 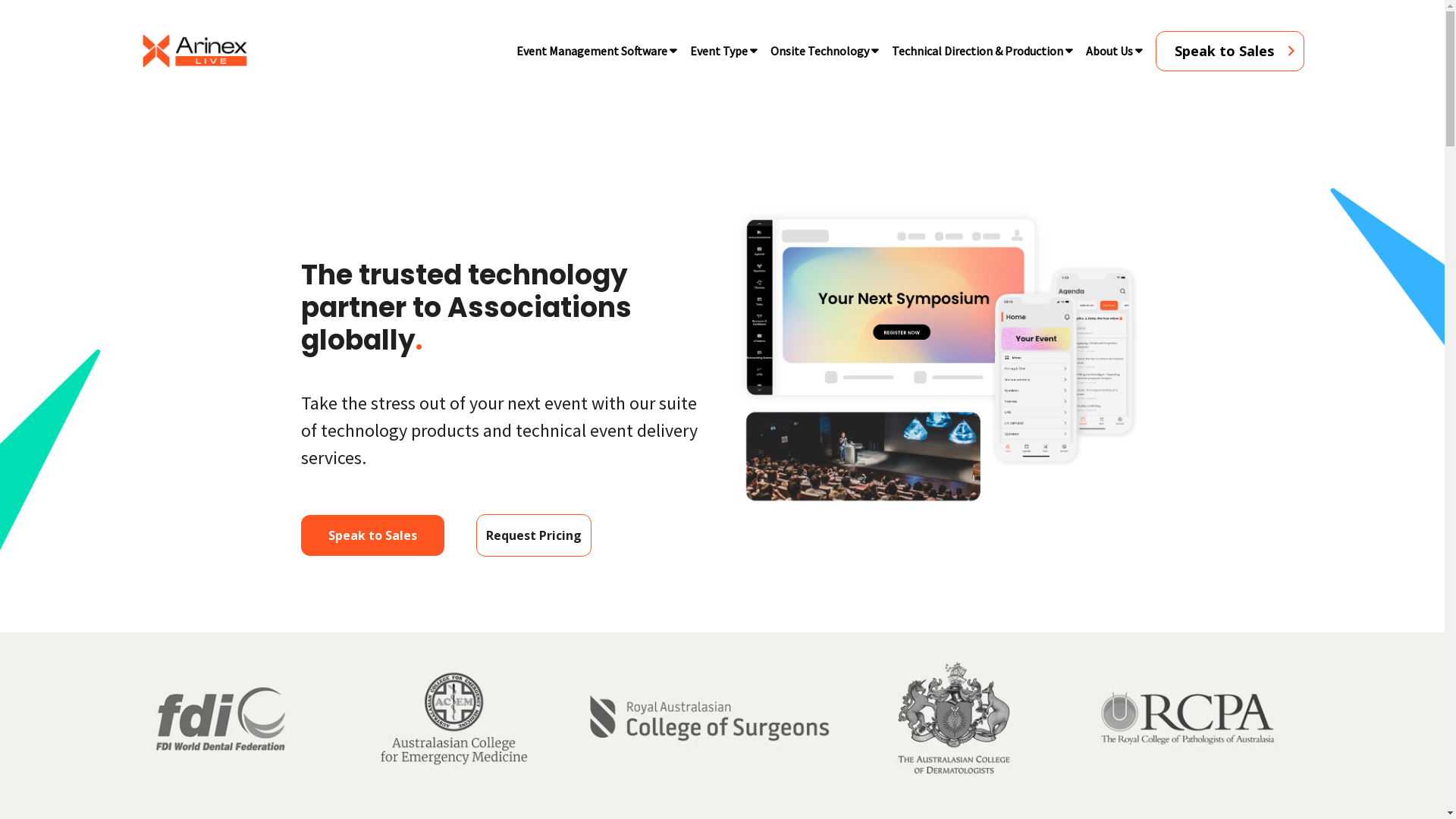 What do you see at coordinates (301, 534) in the screenshot?
I see `'Speak to Sales'` at bounding box center [301, 534].